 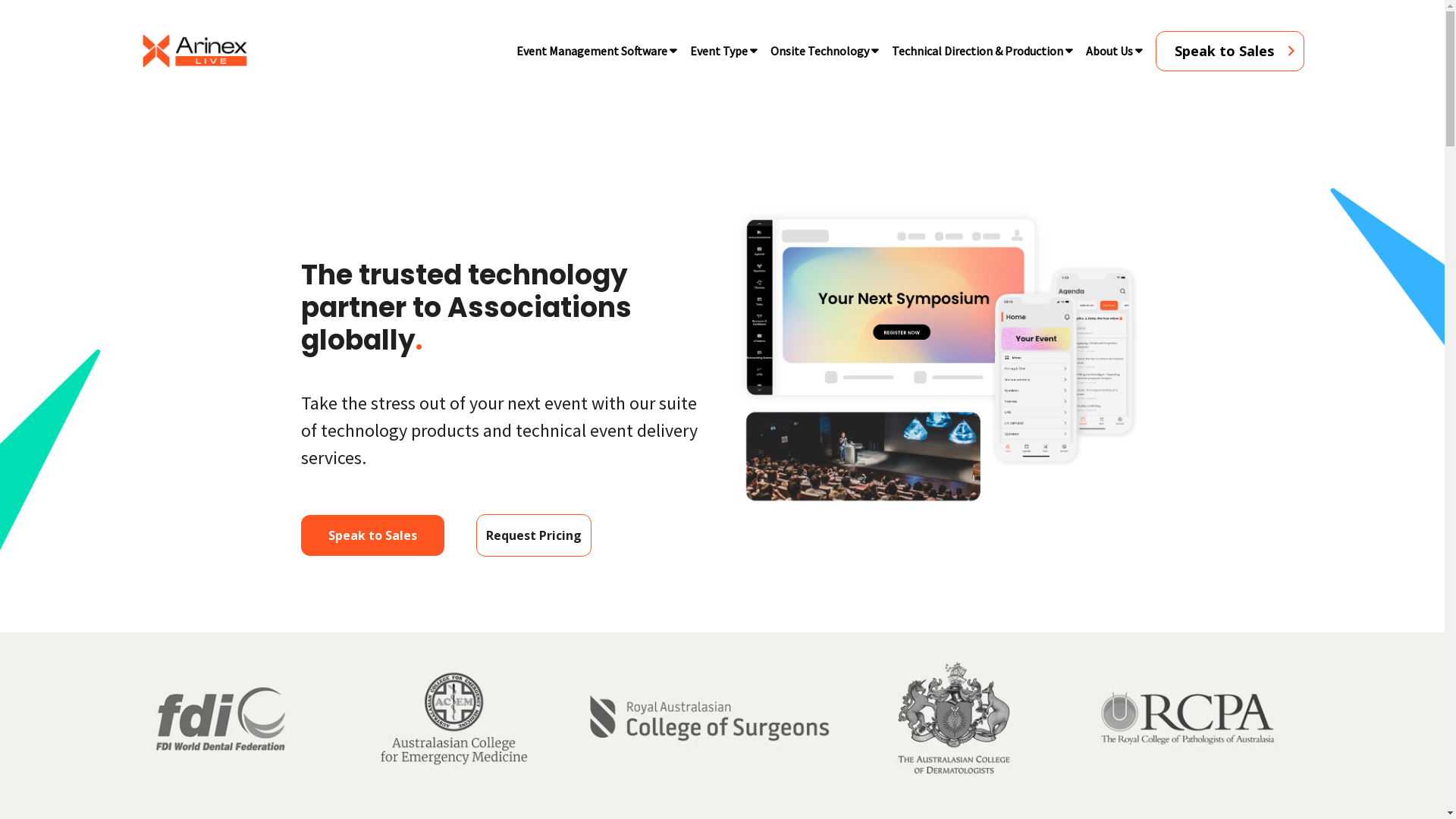 What do you see at coordinates (301, 534) in the screenshot?
I see `'Speak to Sales'` at bounding box center [301, 534].